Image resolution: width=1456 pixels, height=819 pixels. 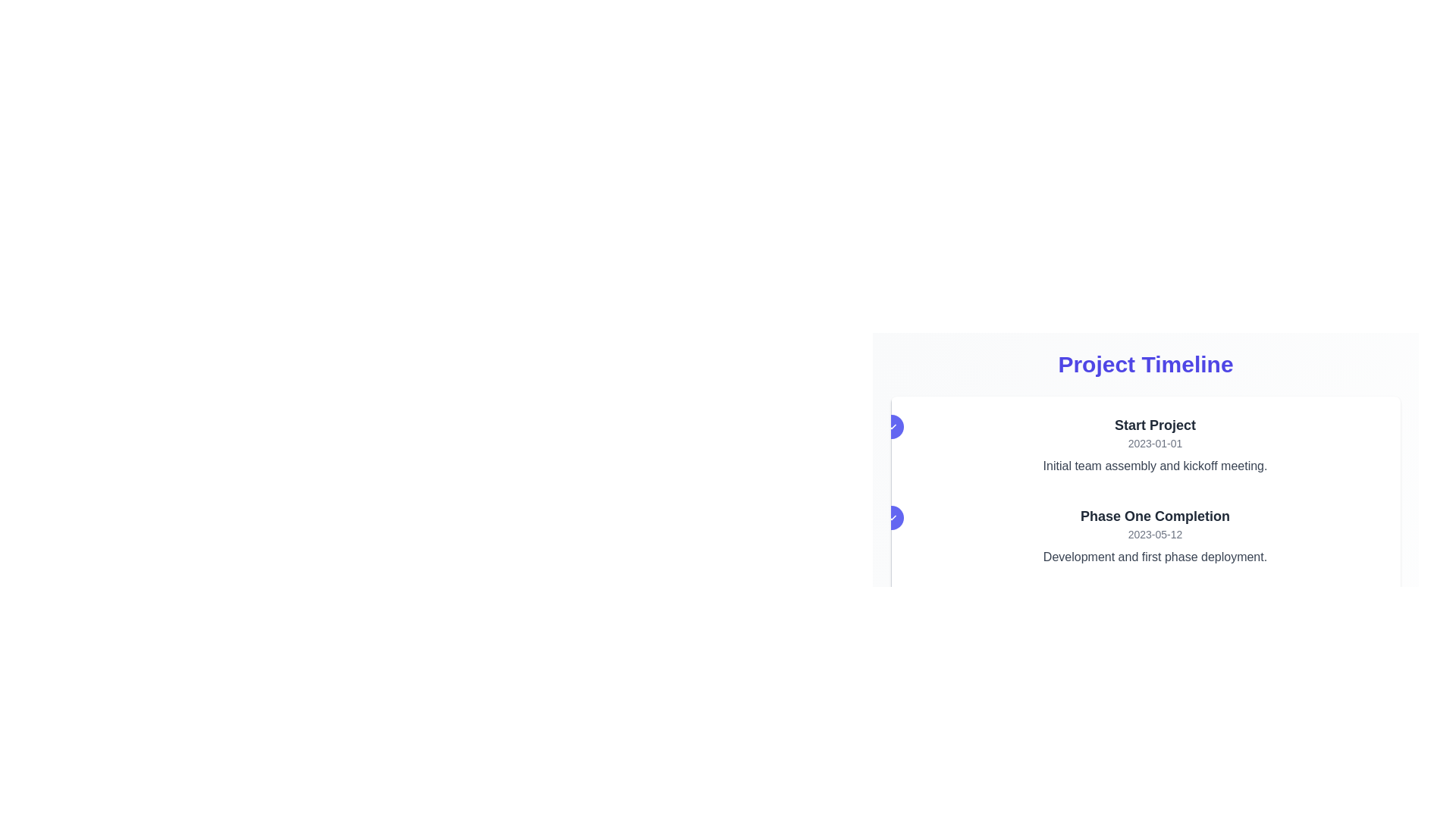 I want to click on the text label element providing additional details for the timeline event tagged as 'Start Project', located below the title and date in the 'Project Timeline' section, so click(x=1154, y=465).